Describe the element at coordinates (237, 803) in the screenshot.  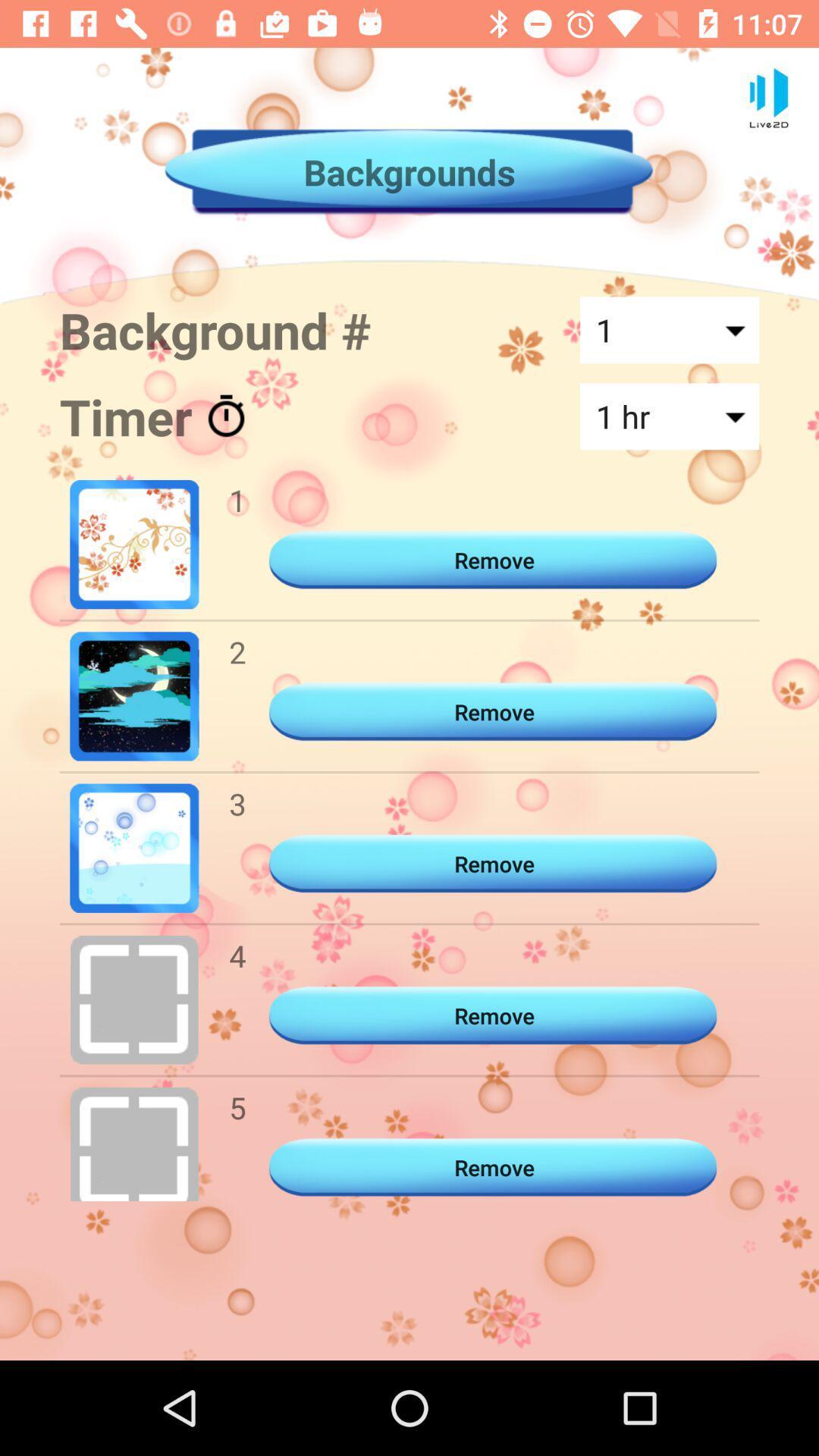
I see `the item above 4 item` at that location.